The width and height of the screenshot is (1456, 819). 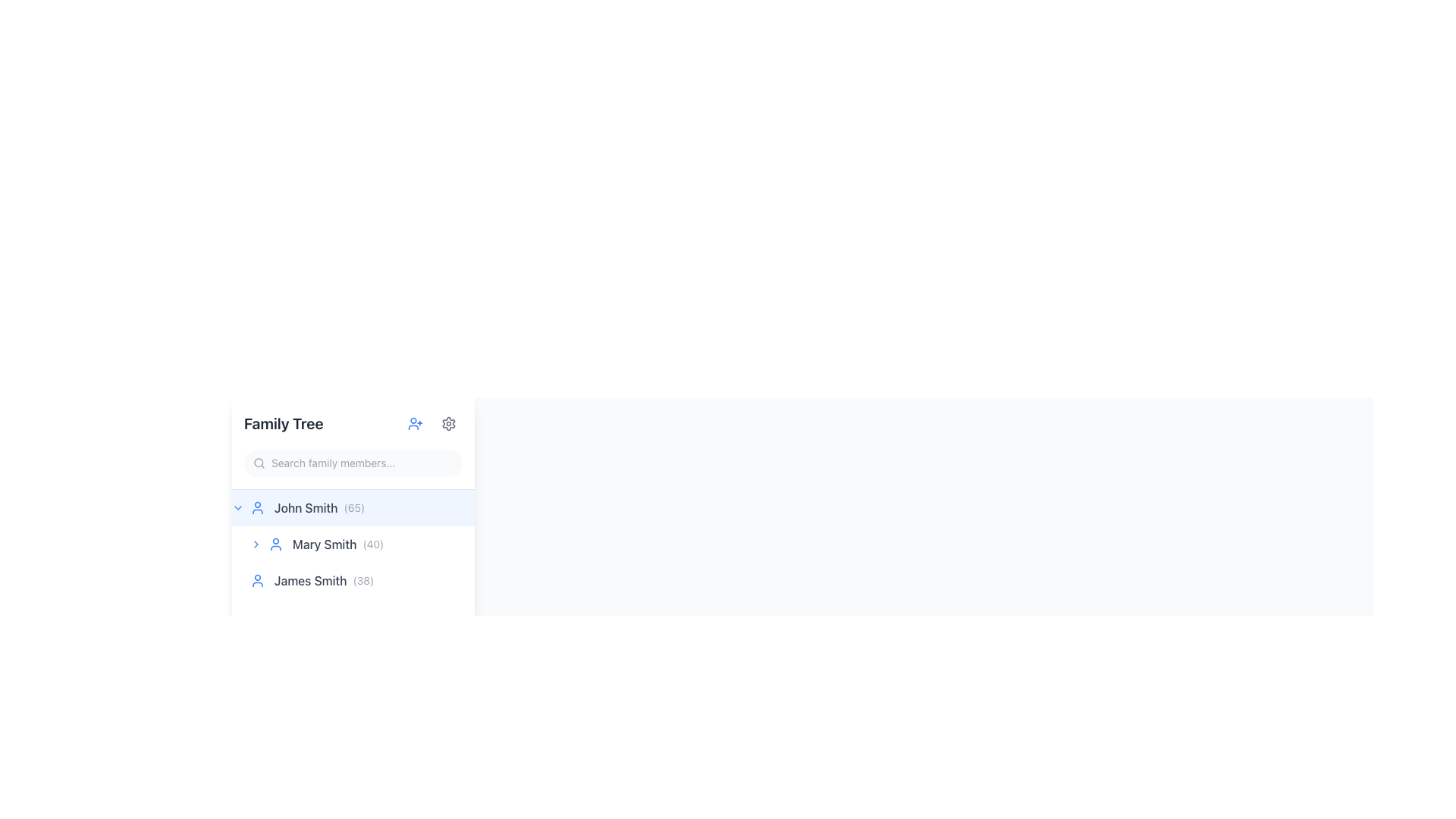 What do you see at coordinates (353, 508) in the screenshot?
I see `numerical value displayed in parentheses, which is '(65)', located immediately to the right of 'John Smith' in a light blue highlighted row` at bounding box center [353, 508].